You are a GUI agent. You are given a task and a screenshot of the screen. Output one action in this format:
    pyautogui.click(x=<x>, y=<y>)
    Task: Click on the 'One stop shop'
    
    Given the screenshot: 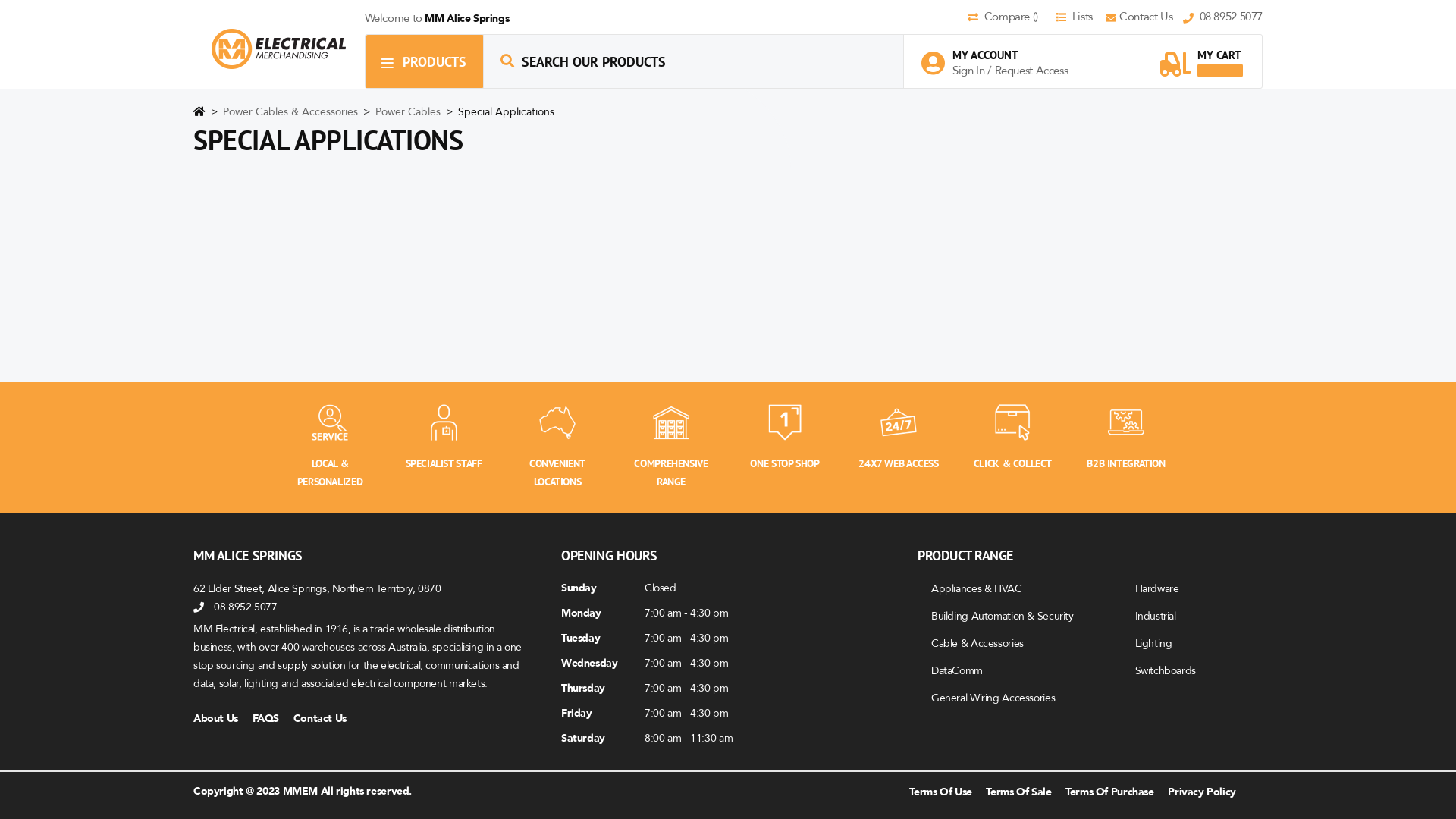 What is the action you would take?
    pyautogui.click(x=785, y=421)
    